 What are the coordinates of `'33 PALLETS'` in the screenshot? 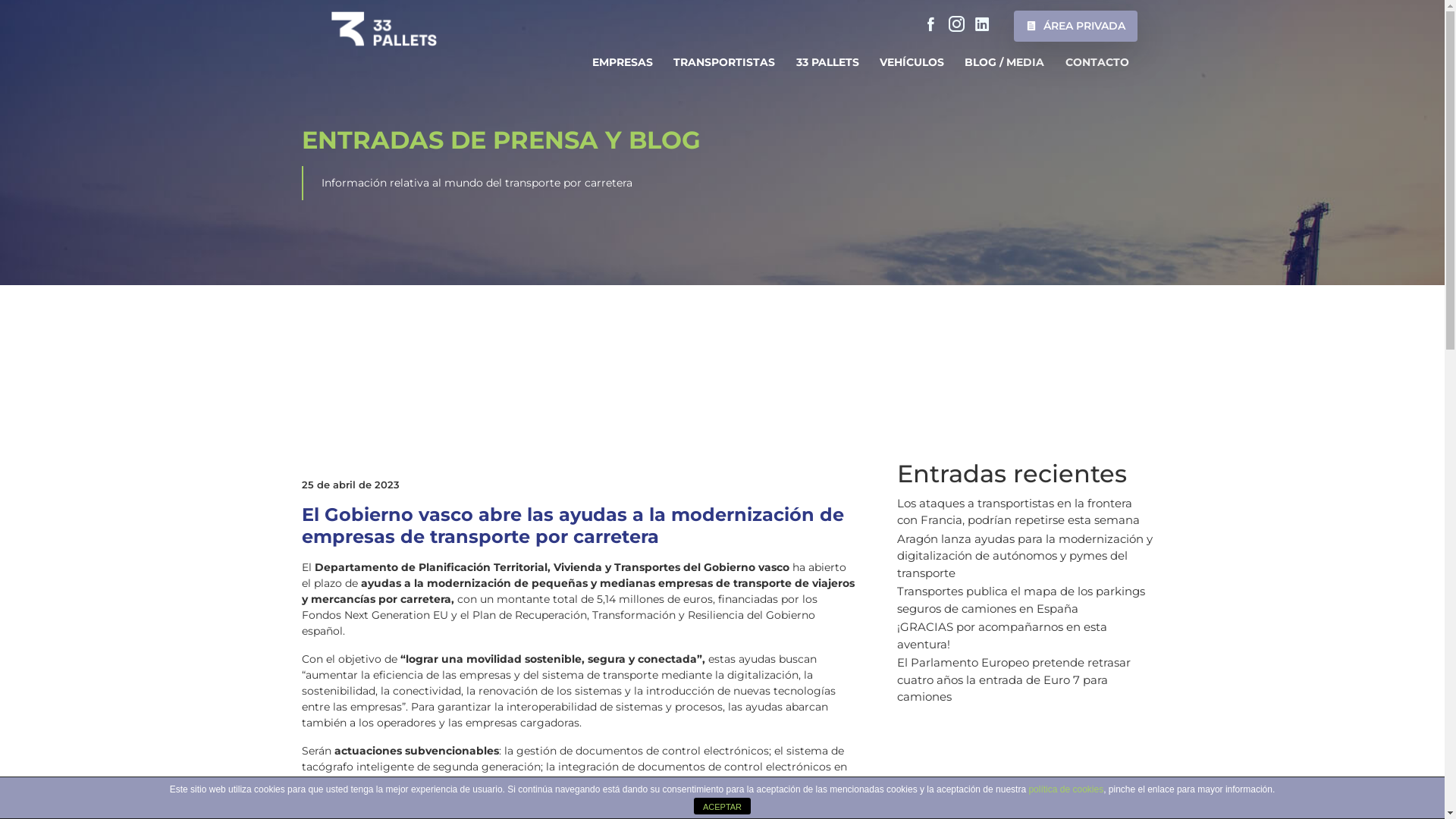 It's located at (826, 62).